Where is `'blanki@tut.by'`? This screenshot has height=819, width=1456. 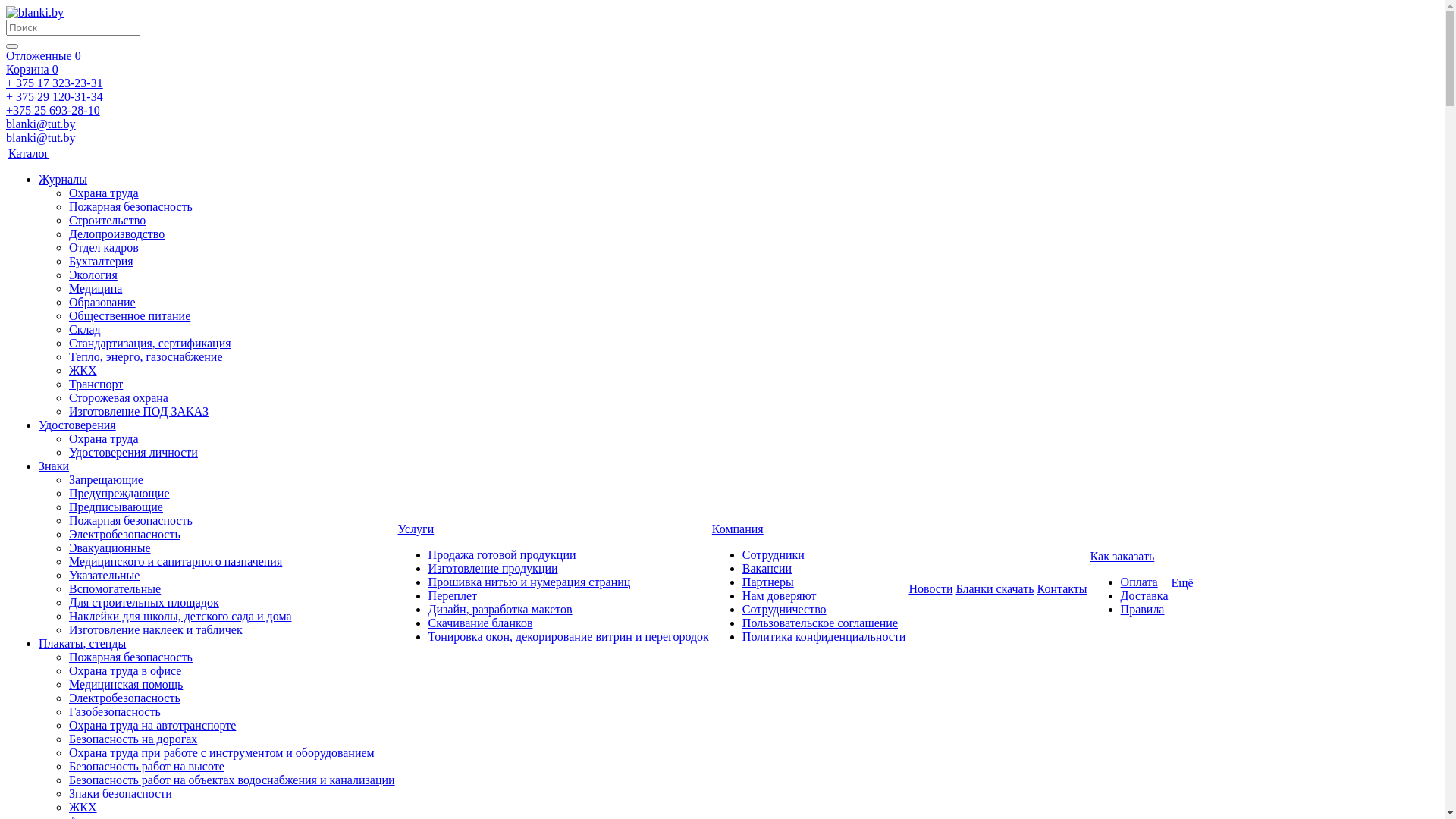
'blanki@tut.by' is located at coordinates (40, 137).